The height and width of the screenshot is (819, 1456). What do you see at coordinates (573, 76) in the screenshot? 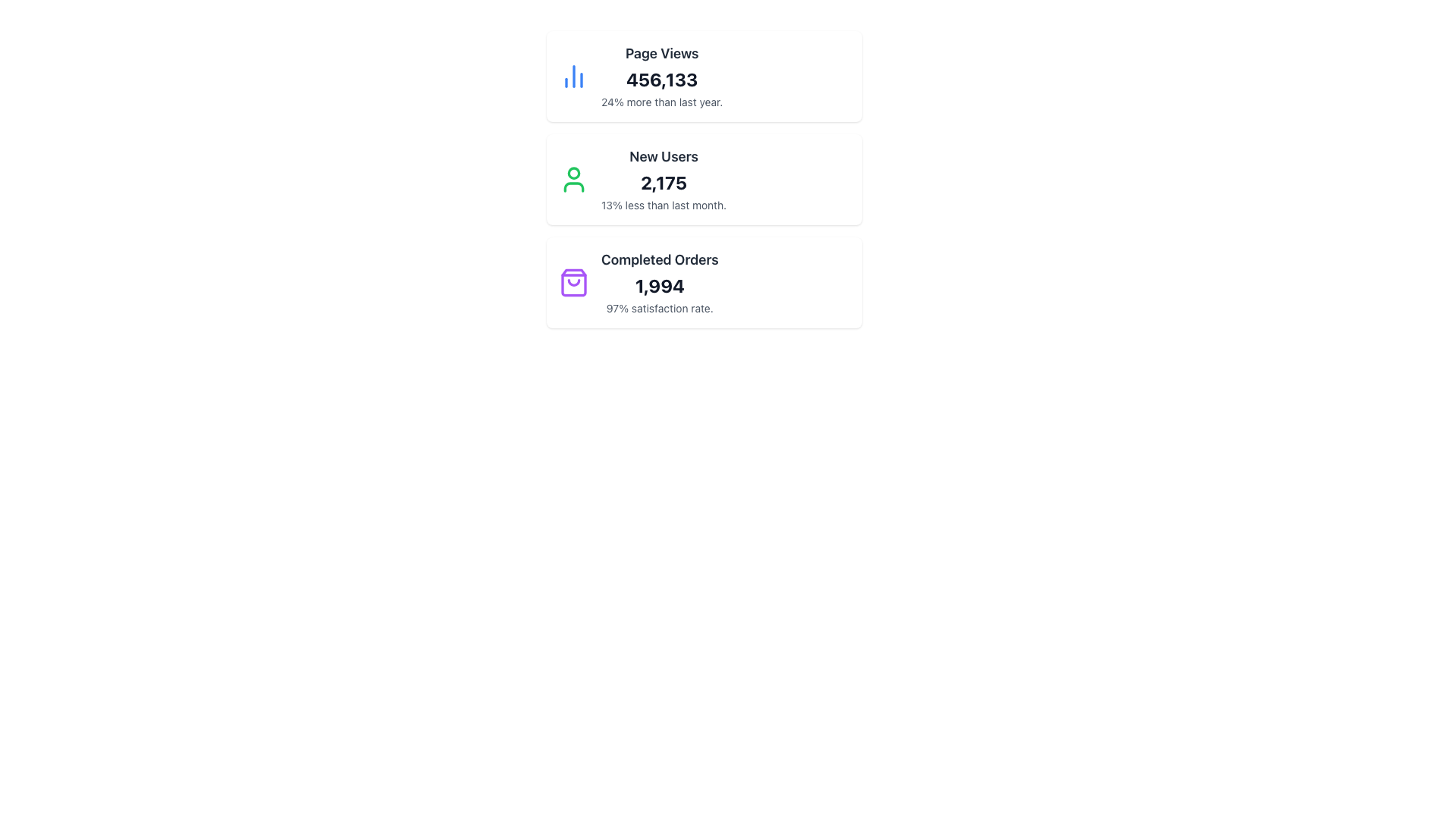
I see `the blue bar chart icon that visually represents statistical data, located at the top-left inside the 'Page Views' card, adjacent to the numeric value '456,133'` at bounding box center [573, 76].